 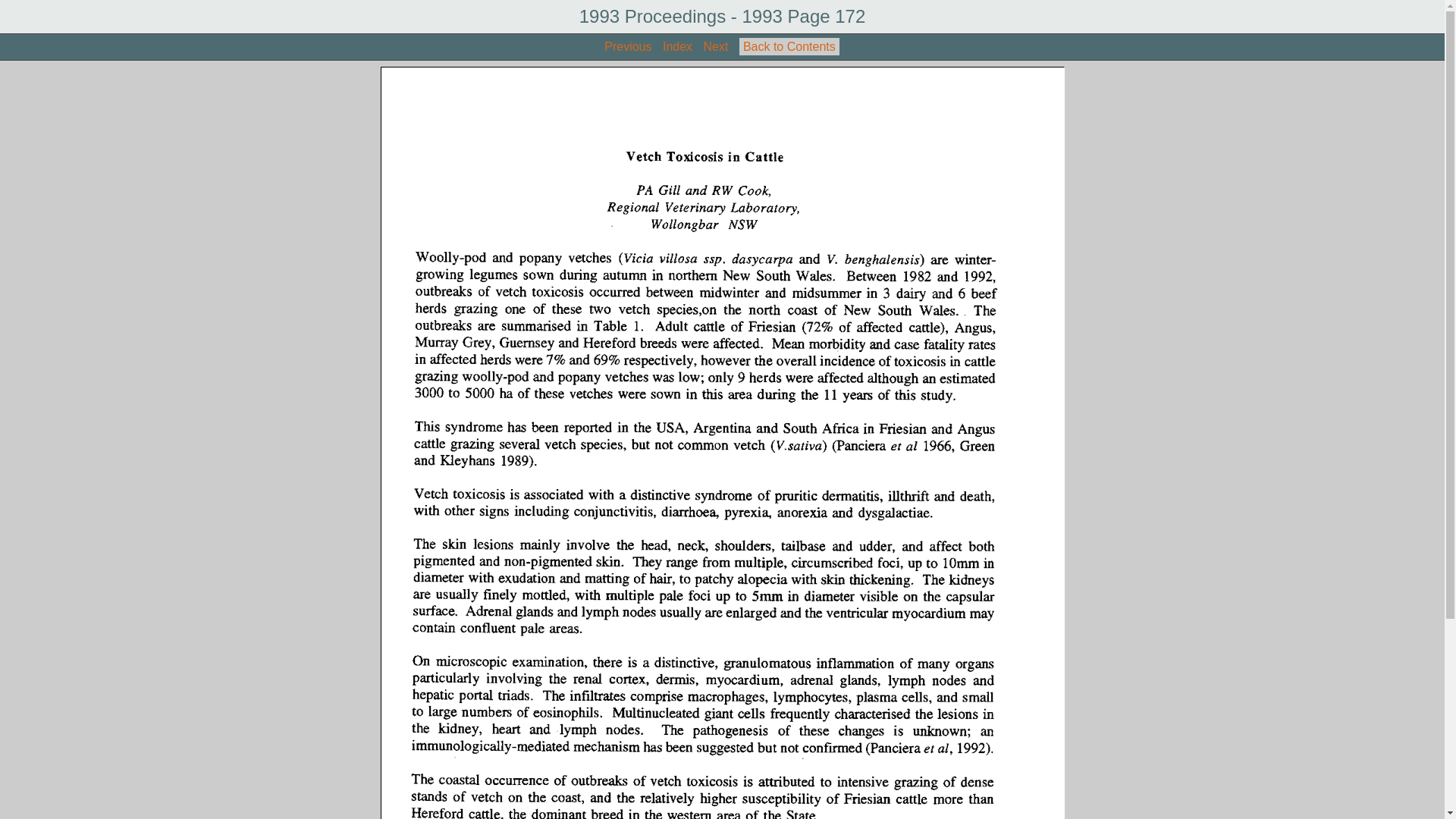 What do you see at coordinates (715, 45) in the screenshot?
I see `'Next'` at bounding box center [715, 45].